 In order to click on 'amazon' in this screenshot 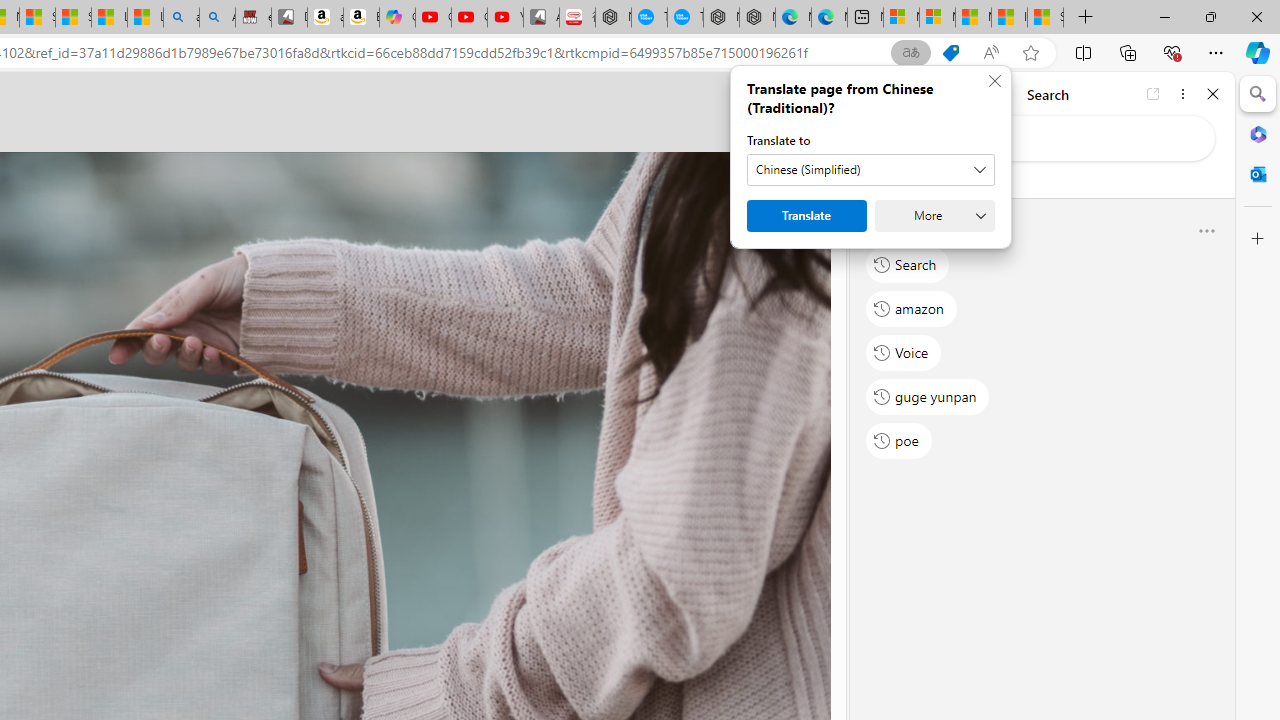, I will do `click(911, 308)`.